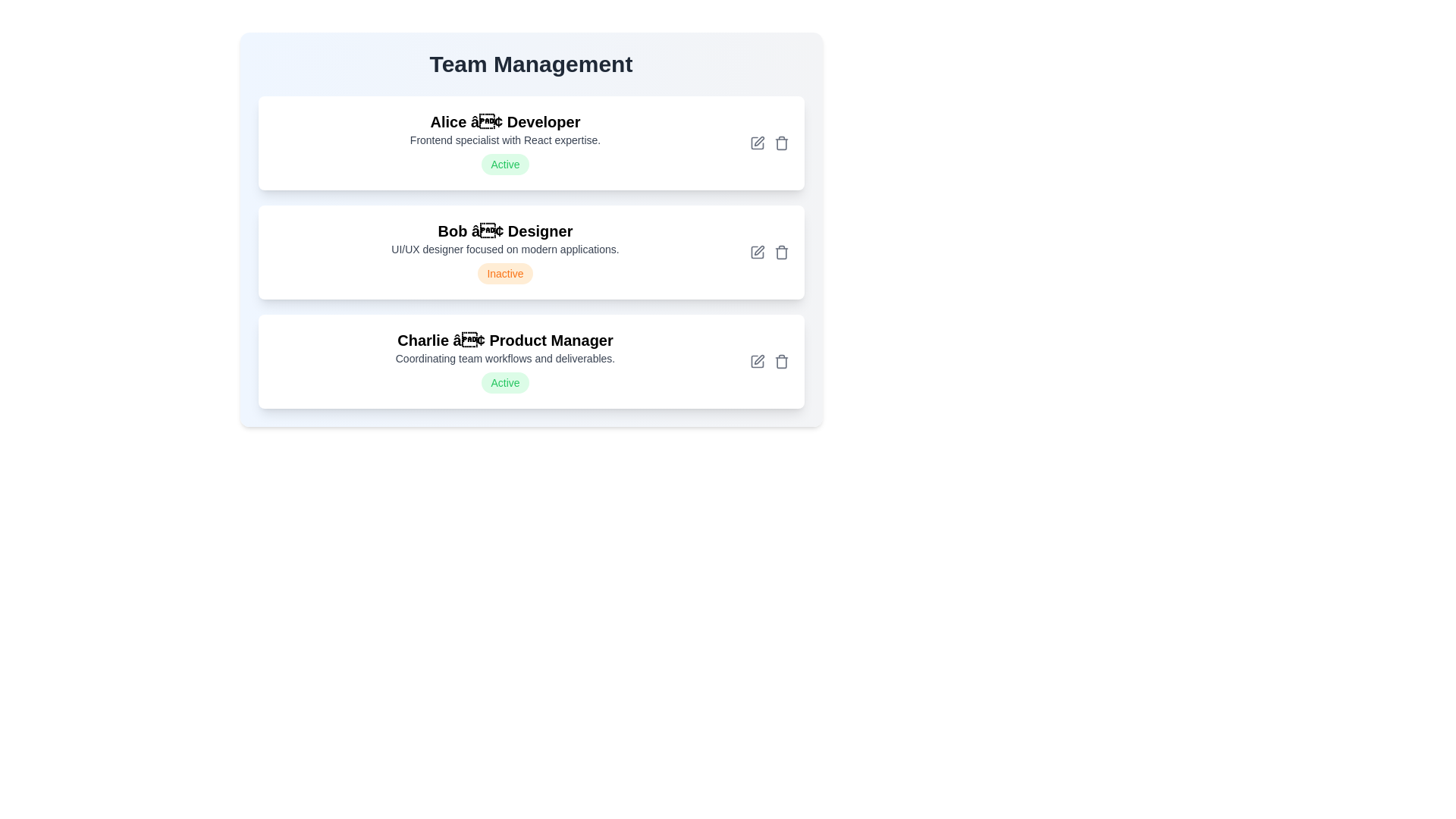  I want to click on the team member card to view their details. The parameter Bob specifies the team member to interact with, so click(531, 251).